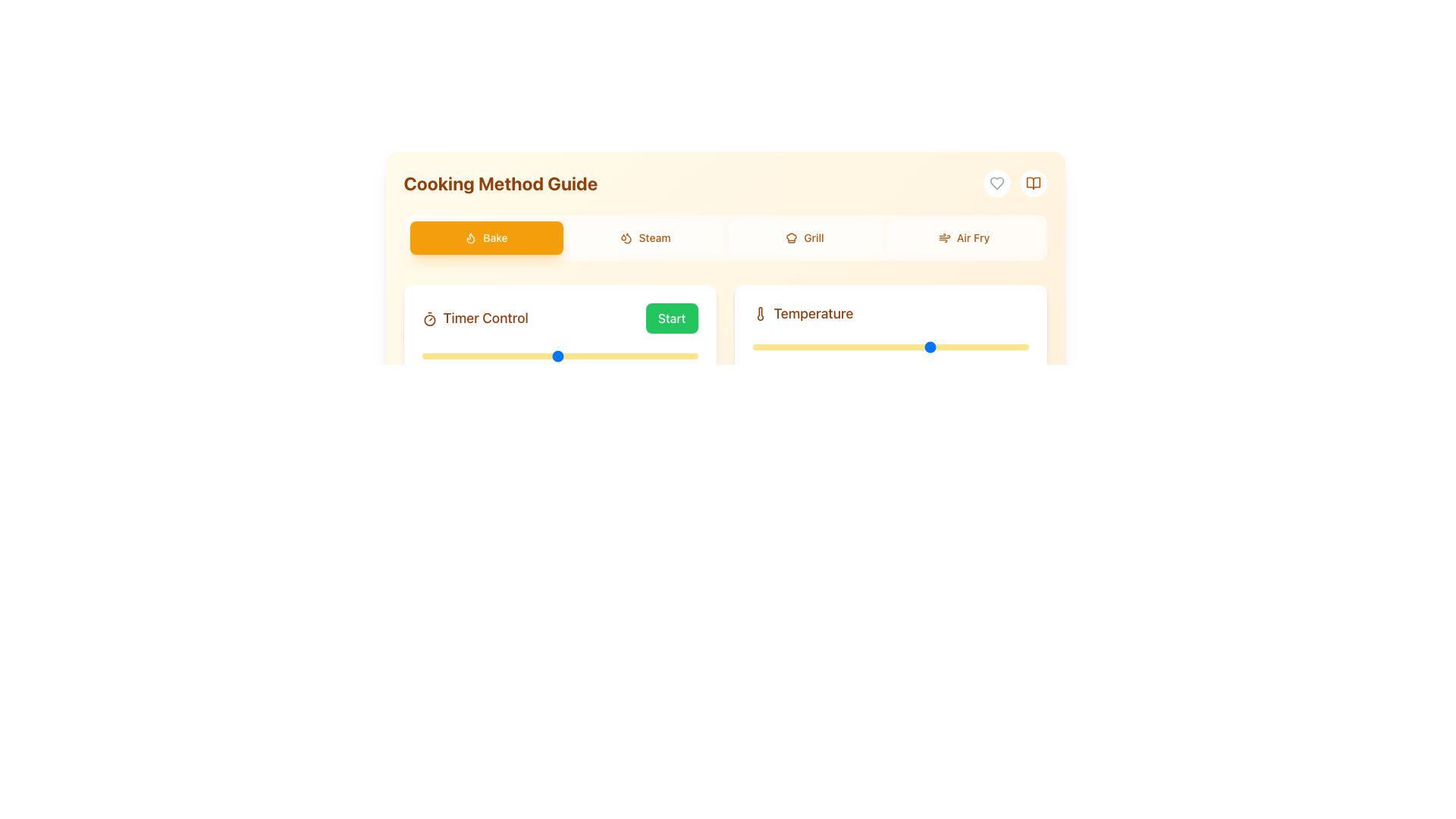 Image resolution: width=1456 pixels, height=819 pixels. What do you see at coordinates (1010, 347) in the screenshot?
I see `the slider` at bounding box center [1010, 347].